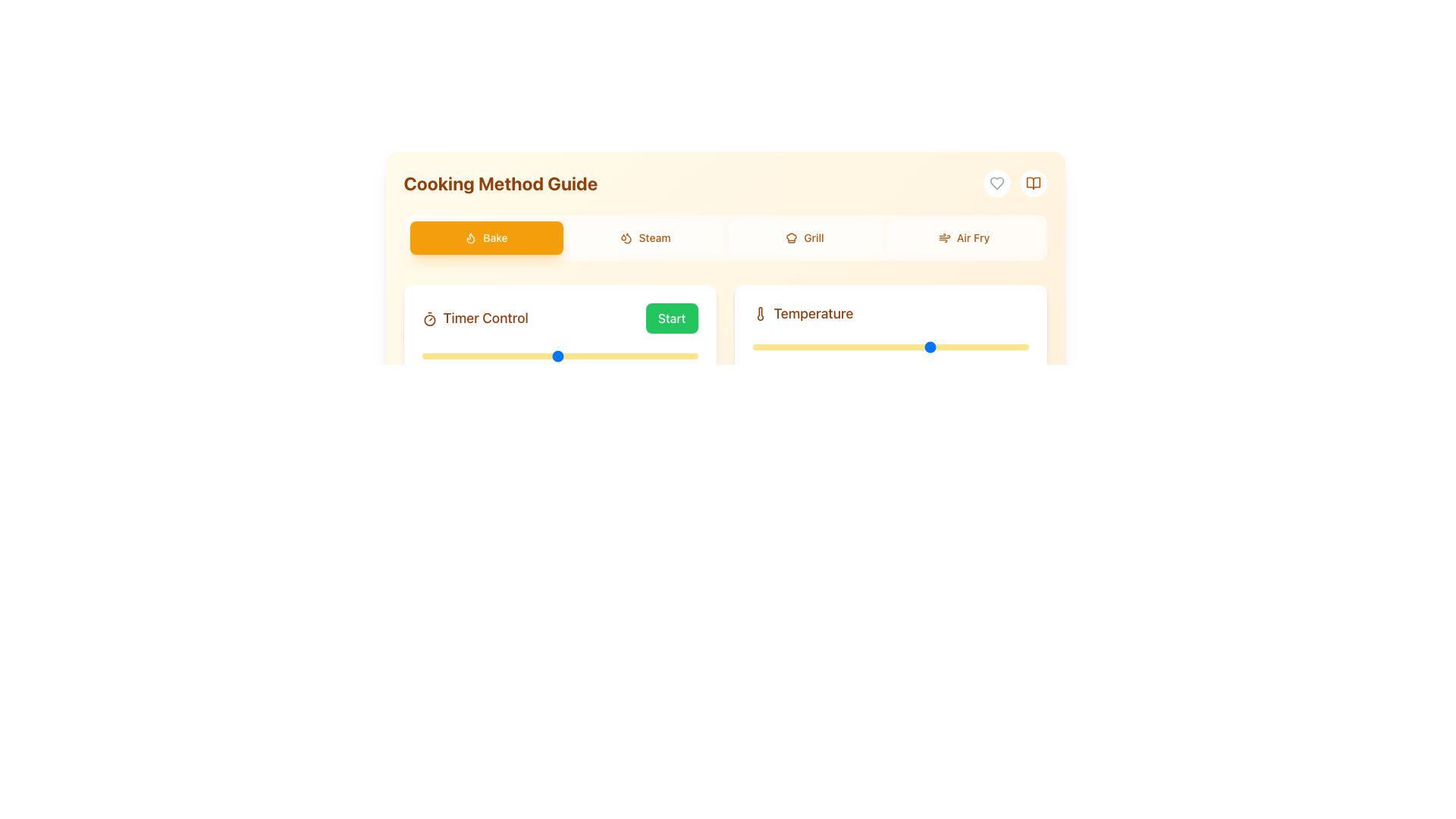 Image resolution: width=1456 pixels, height=819 pixels. What do you see at coordinates (1010, 347) in the screenshot?
I see `the slider` at bounding box center [1010, 347].